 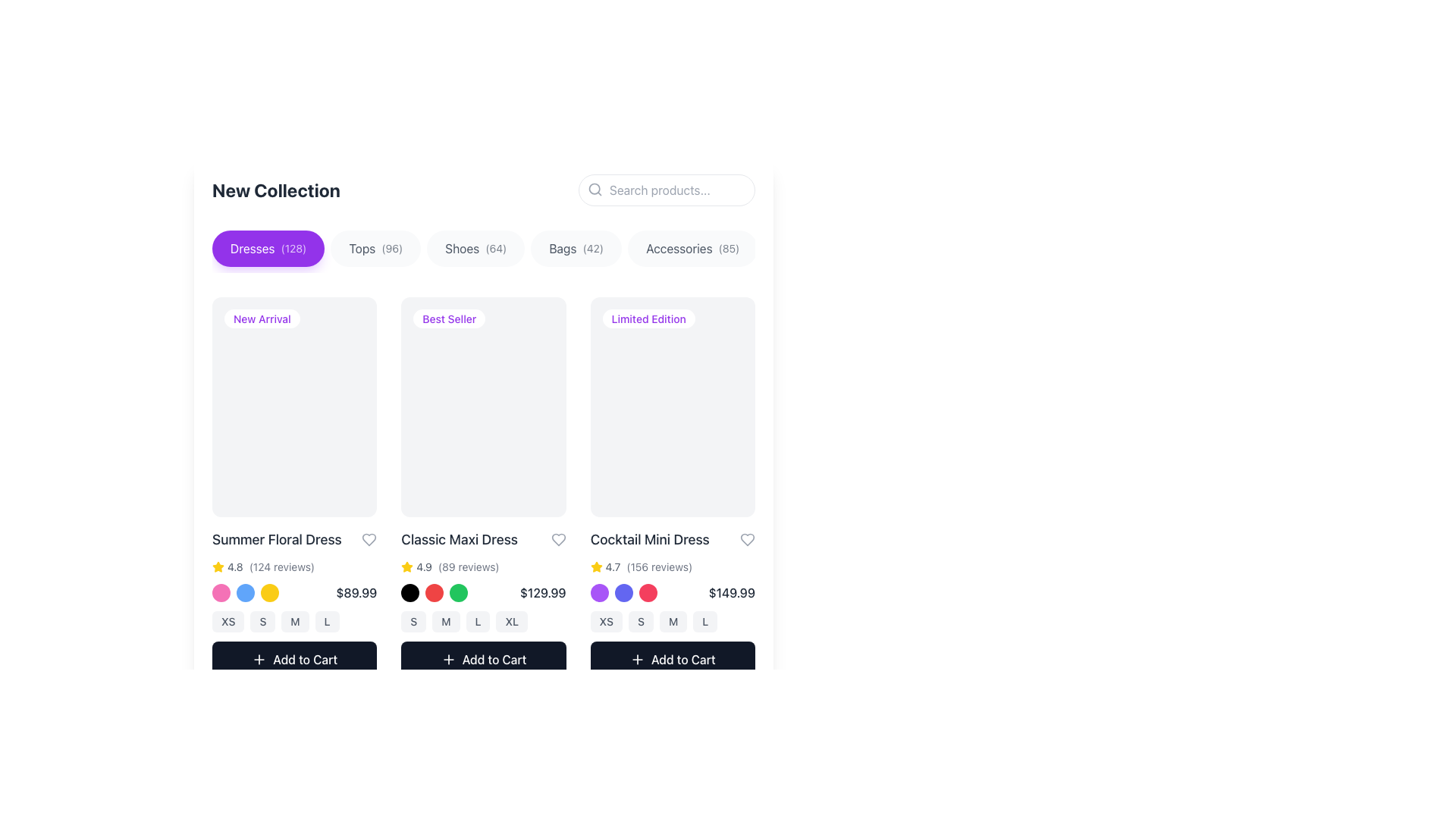 What do you see at coordinates (459, 538) in the screenshot?
I see `text label displaying 'Classic Maxi Dress' which is styled in medium-weight sans-serif font and located in the middle column of a product card layout` at bounding box center [459, 538].